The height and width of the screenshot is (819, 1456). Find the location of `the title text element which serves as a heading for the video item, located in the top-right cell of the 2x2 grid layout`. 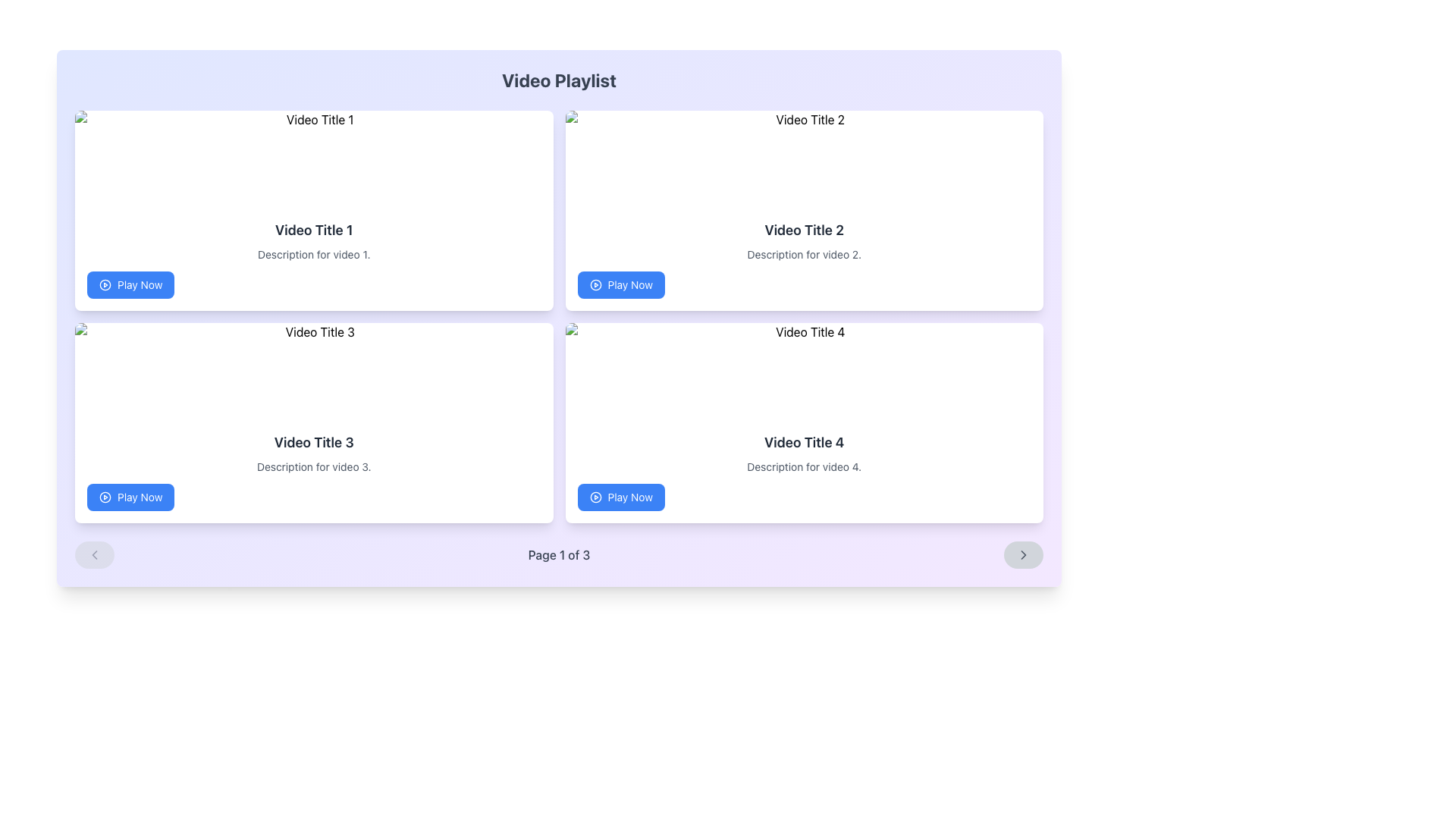

the title text element which serves as a heading for the video item, located in the top-right cell of the 2x2 grid layout is located at coordinates (803, 231).